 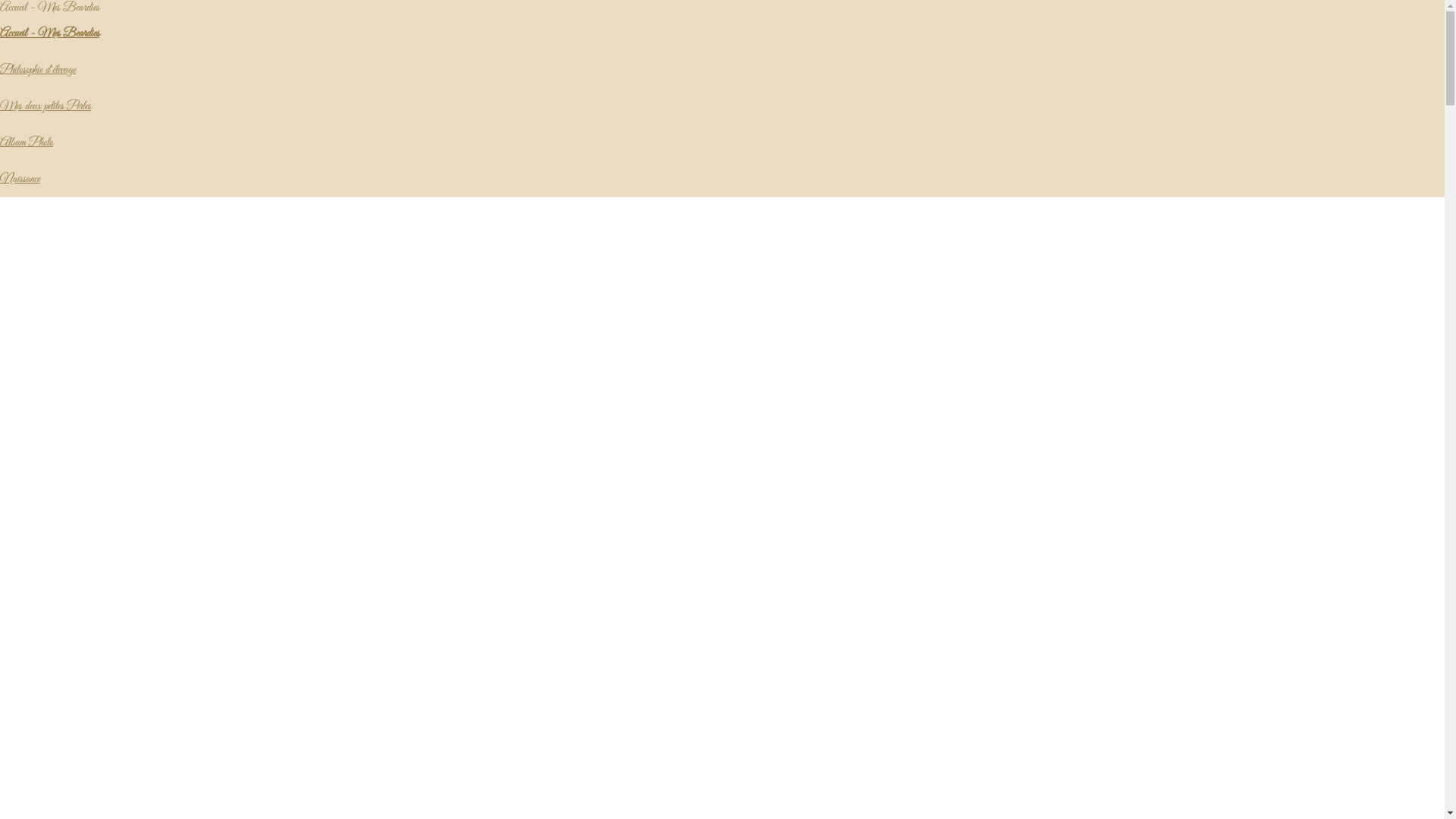 What do you see at coordinates (49, 33) in the screenshot?
I see `'Accueil - Mes Beardies'` at bounding box center [49, 33].